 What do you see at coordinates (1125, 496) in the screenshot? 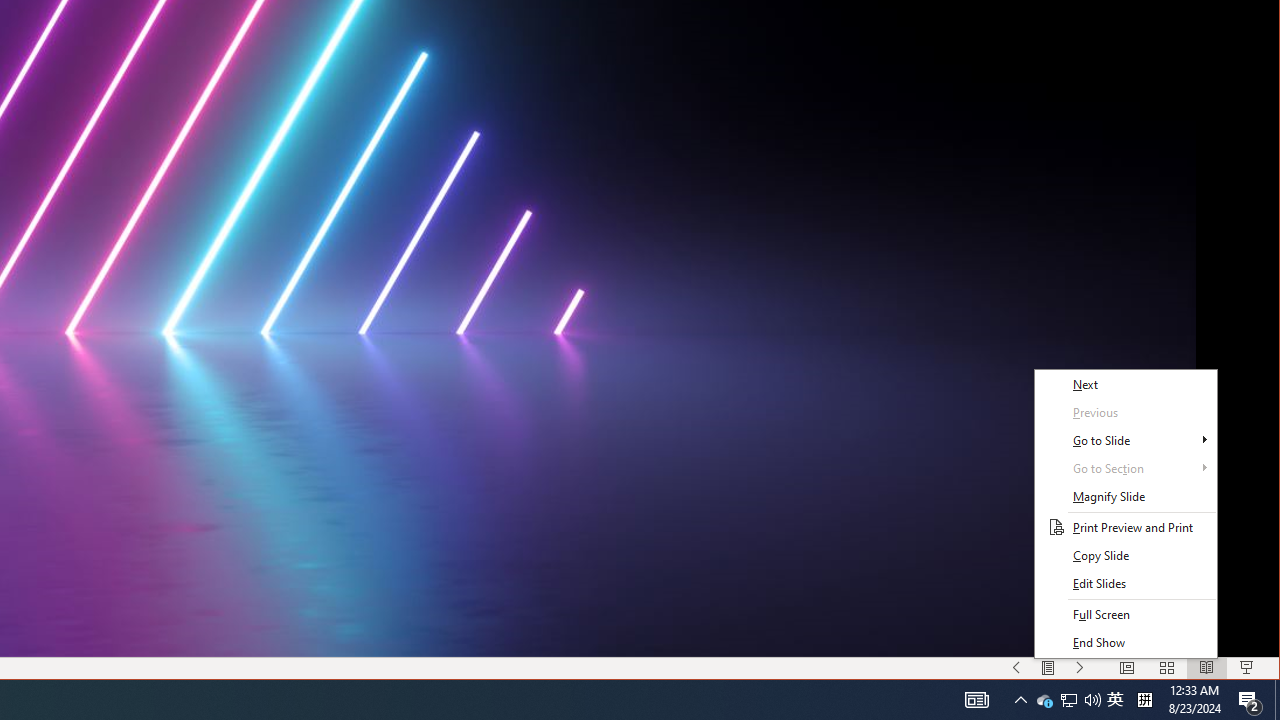
I see `'Magnify Slide'` at bounding box center [1125, 496].